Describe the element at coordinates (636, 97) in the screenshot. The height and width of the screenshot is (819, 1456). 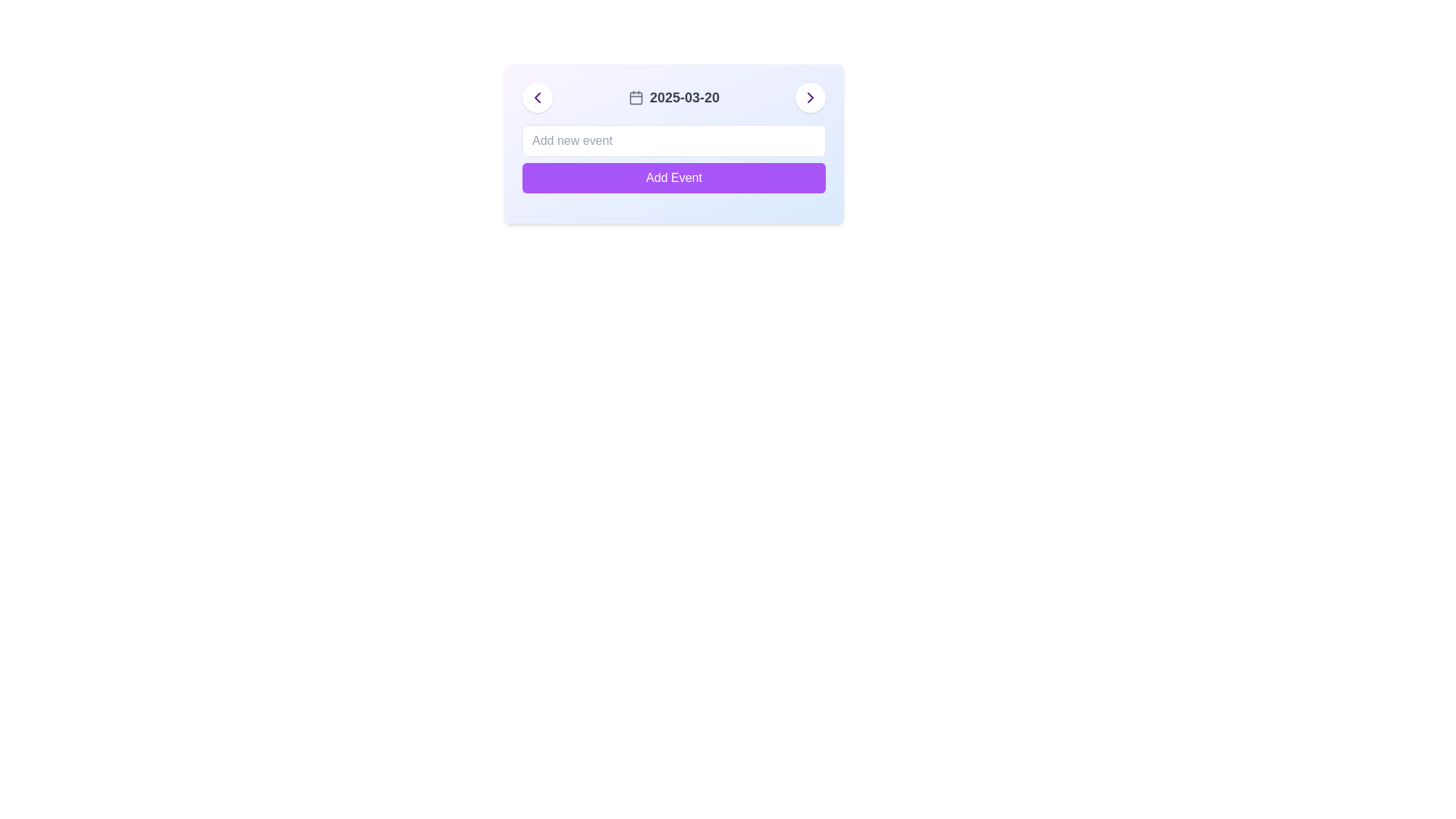
I see `the calendar icon, which visually signifies that the adjacent text represents a date, located to the left of the text '2025-03-20'` at that location.